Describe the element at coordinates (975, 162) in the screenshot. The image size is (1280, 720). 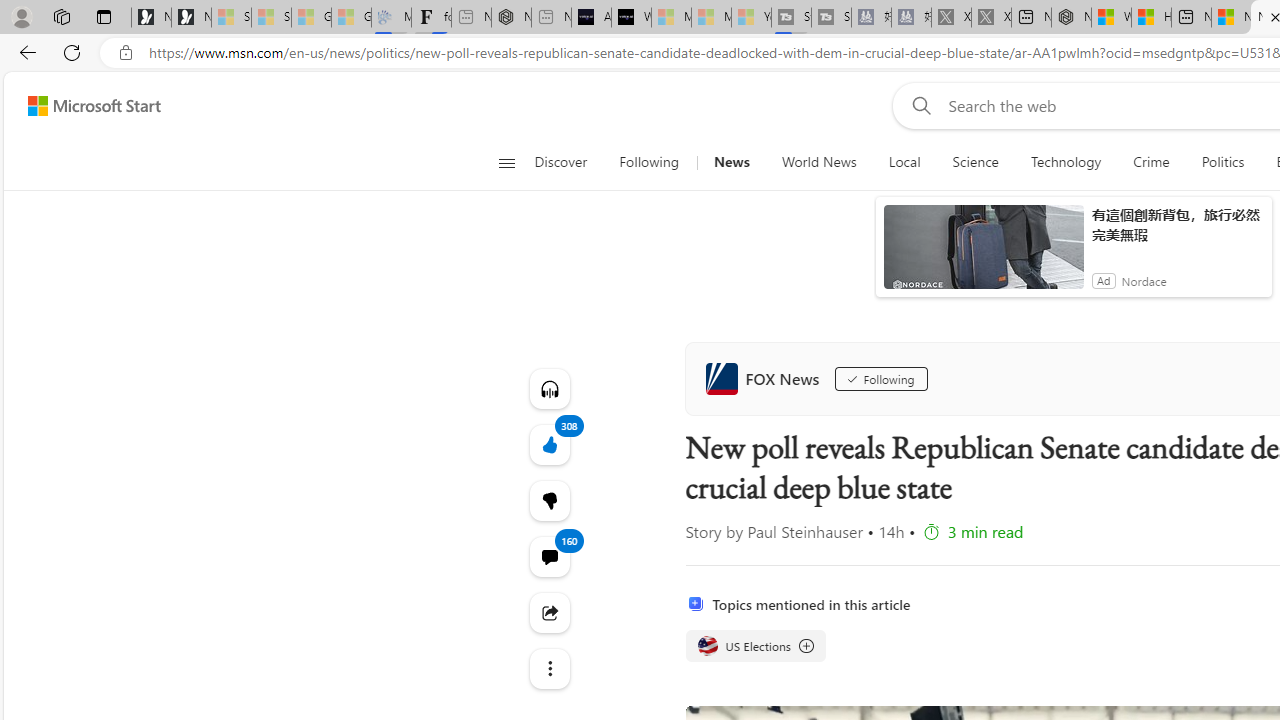
I see `'Science'` at that location.